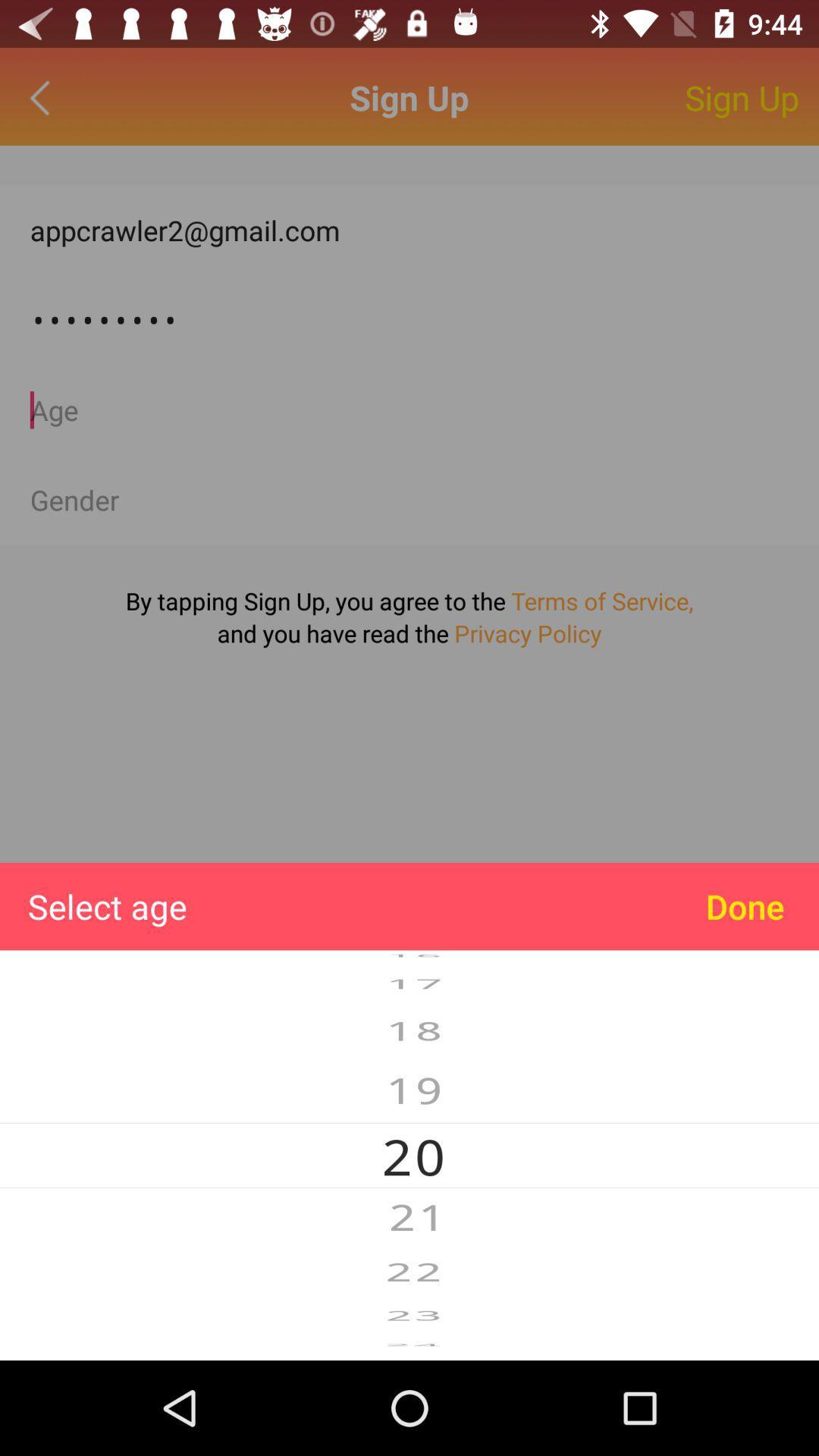  Describe the element at coordinates (409, 500) in the screenshot. I see `a gender` at that location.